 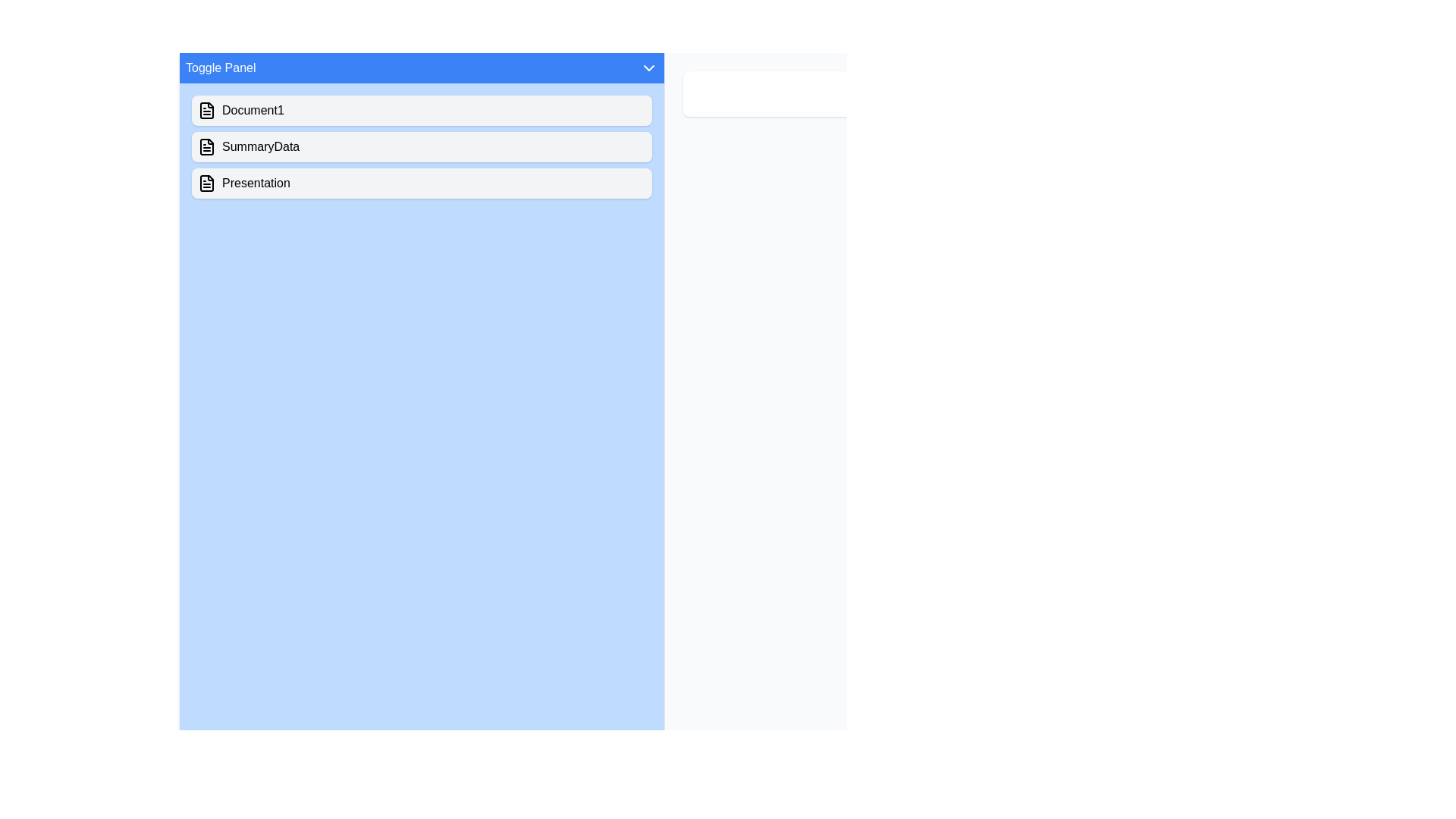 What do you see at coordinates (648, 67) in the screenshot?
I see `the chevron icon (dropdown indicator) located at the far-right side of the blue header bar labeled 'Toggle Panel'` at bounding box center [648, 67].